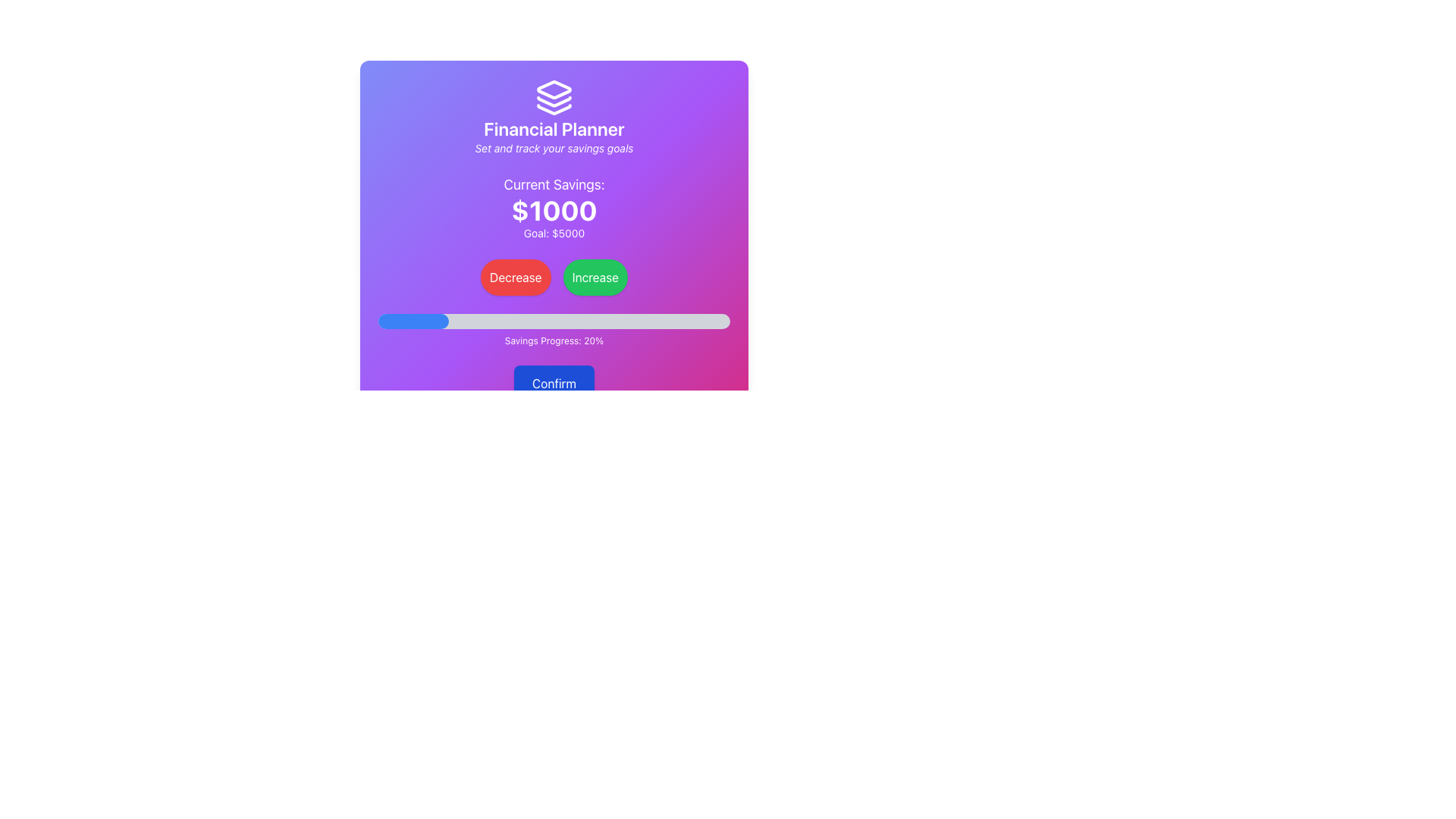 This screenshot has width=1456, height=819. I want to click on the green circular button labeled 'Increase', so click(595, 278).